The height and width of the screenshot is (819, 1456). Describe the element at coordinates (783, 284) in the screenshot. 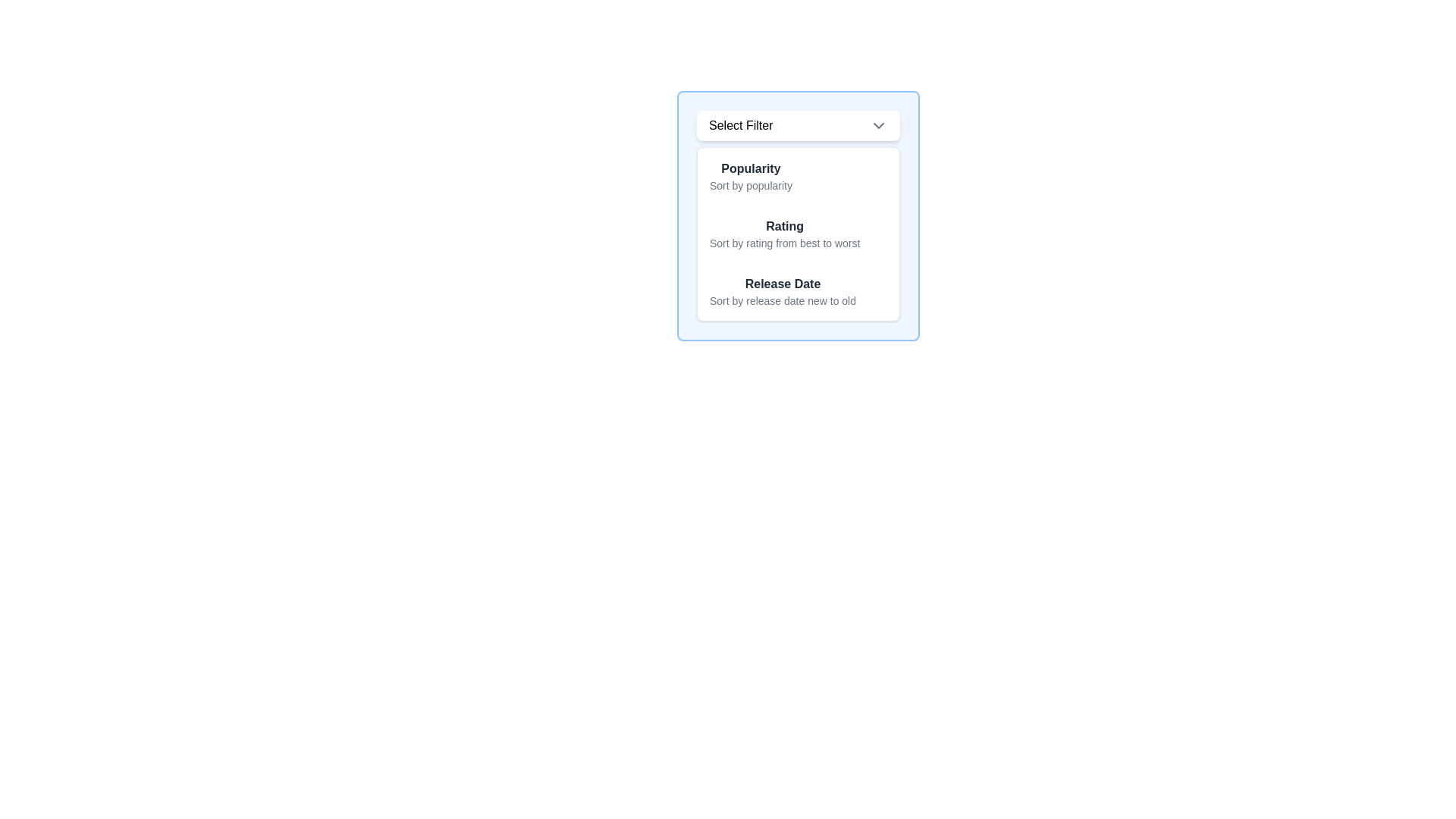

I see `the static text label that acts as a sorting option for 'Sort by release date new to old', which is the third option in the dropdown menu, positioned below 'Popularity' and 'Rating'` at that location.